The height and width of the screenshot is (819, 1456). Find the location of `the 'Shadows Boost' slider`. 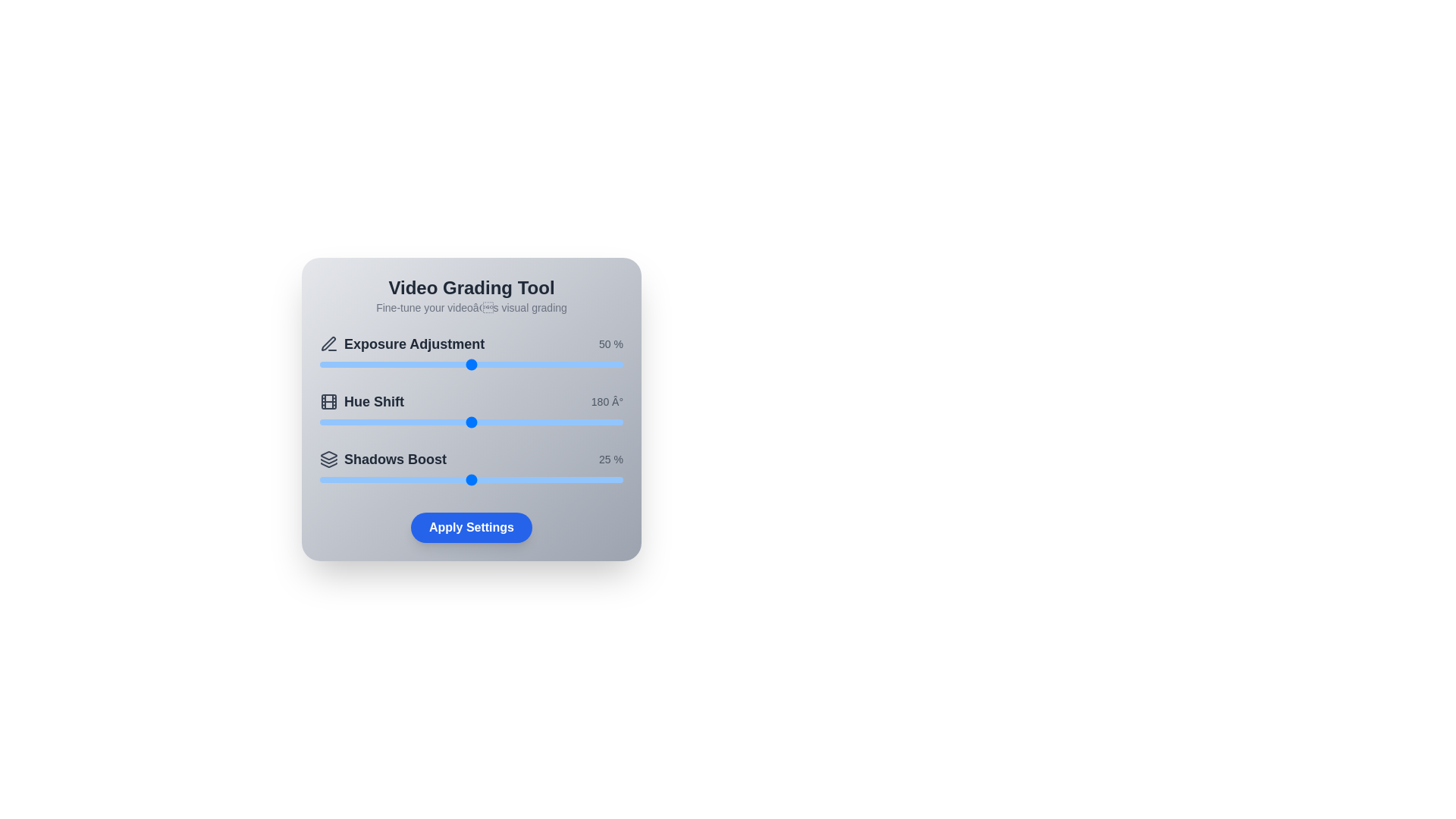

the 'Shadows Boost' slider is located at coordinates (598, 479).